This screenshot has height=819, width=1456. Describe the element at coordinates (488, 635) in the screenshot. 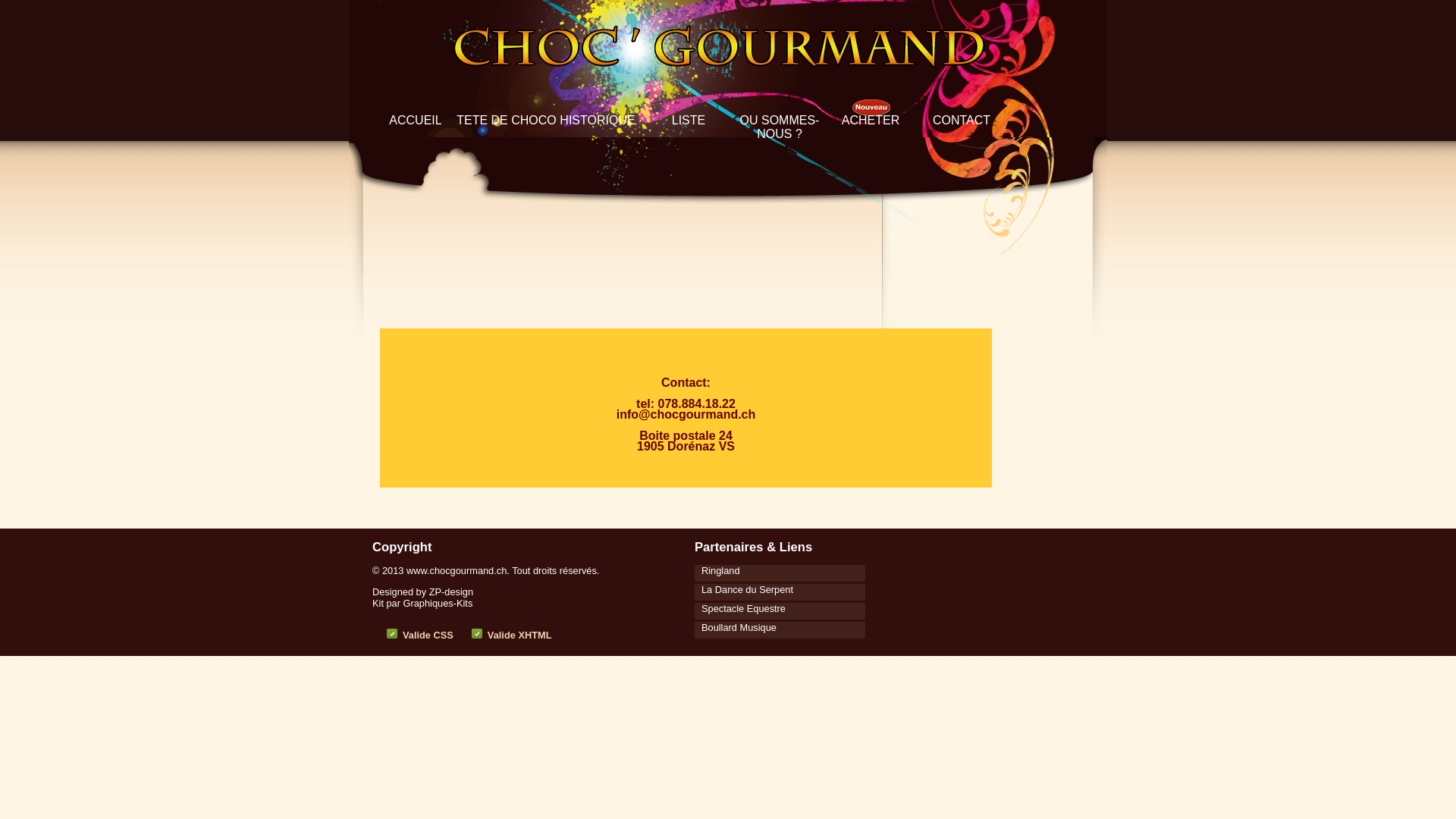

I see `'Valide XHTML'` at that location.